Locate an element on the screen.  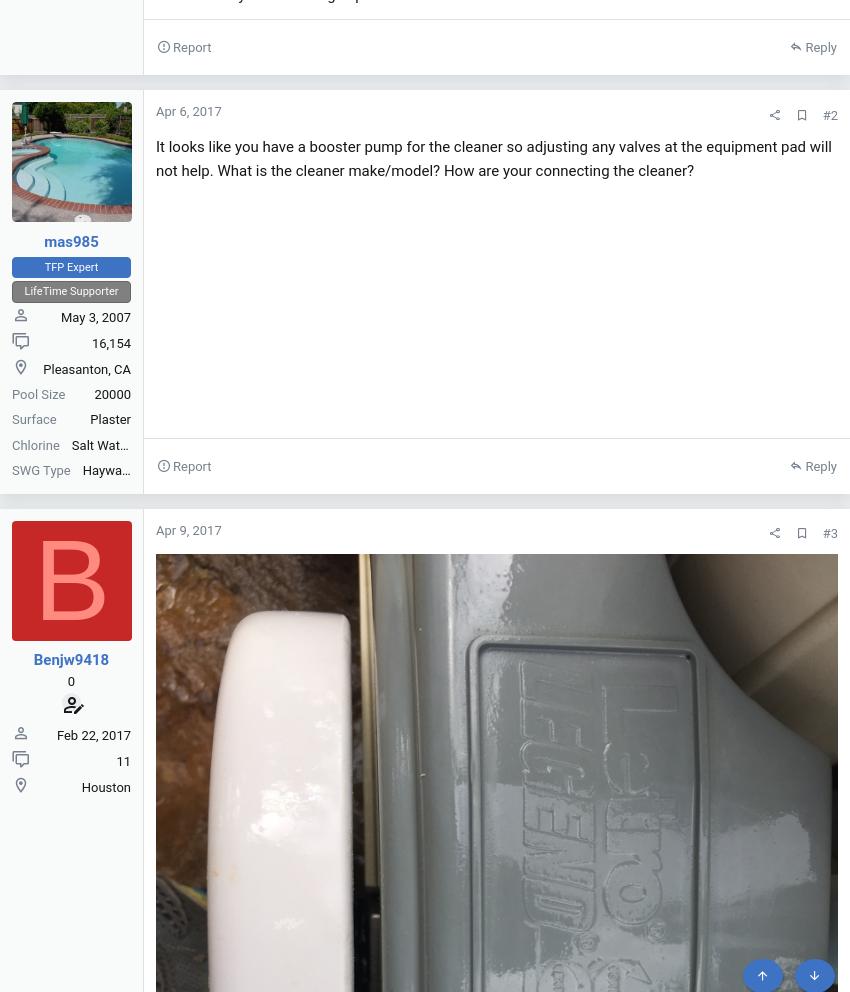
'Surface' is located at coordinates (33, 418).